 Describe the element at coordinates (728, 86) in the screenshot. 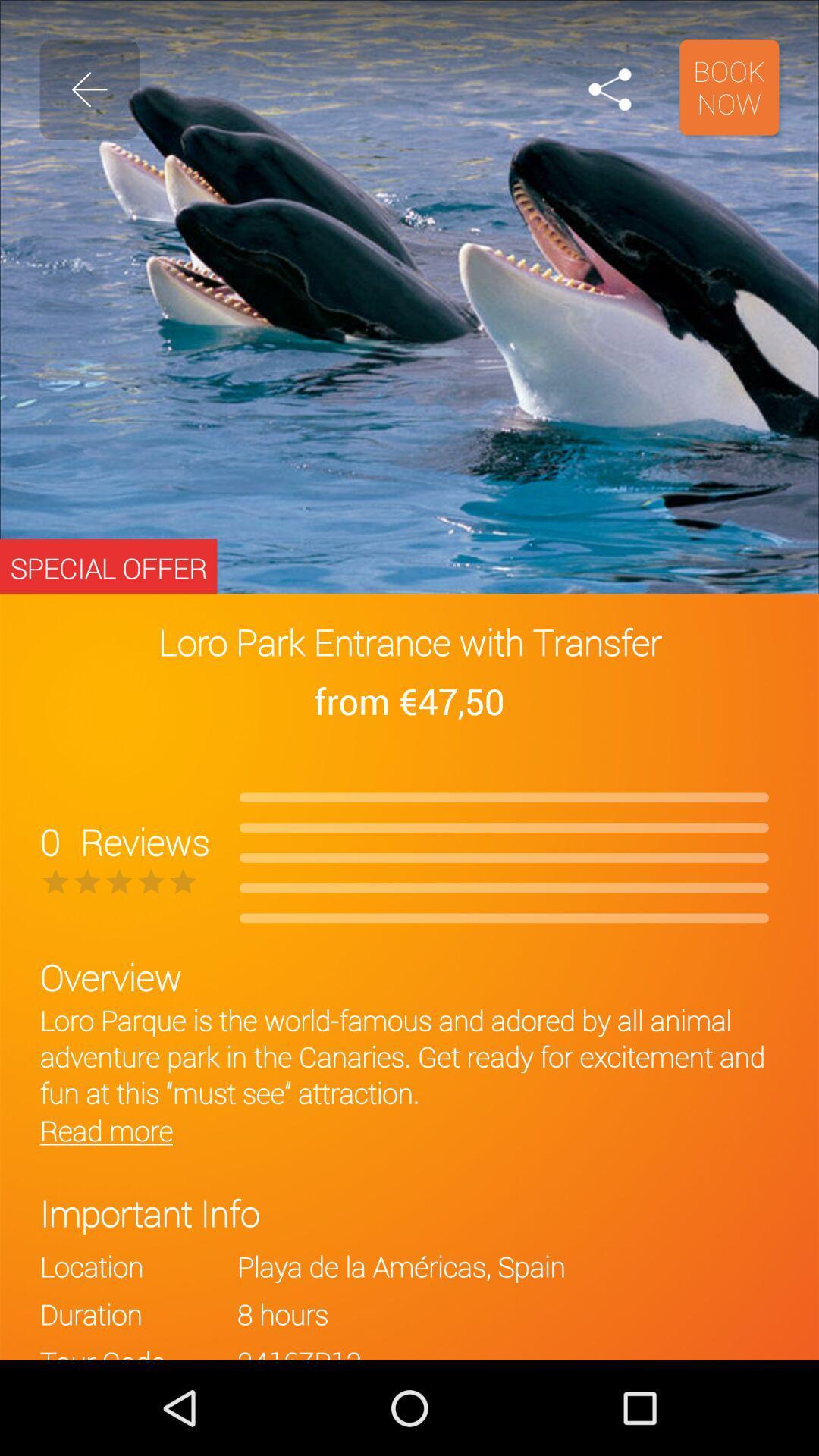

I see `book now` at that location.